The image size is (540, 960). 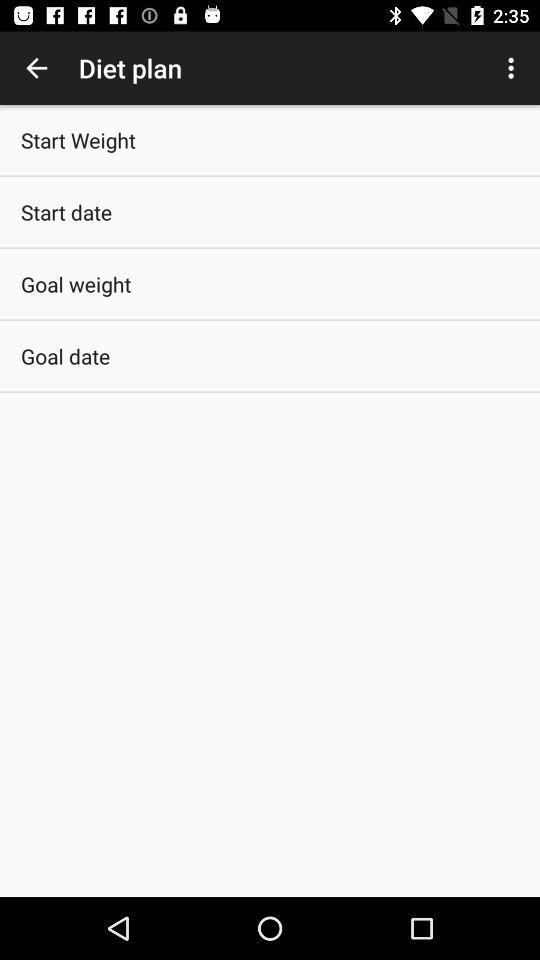 What do you see at coordinates (66, 212) in the screenshot?
I see `the start date icon` at bounding box center [66, 212].